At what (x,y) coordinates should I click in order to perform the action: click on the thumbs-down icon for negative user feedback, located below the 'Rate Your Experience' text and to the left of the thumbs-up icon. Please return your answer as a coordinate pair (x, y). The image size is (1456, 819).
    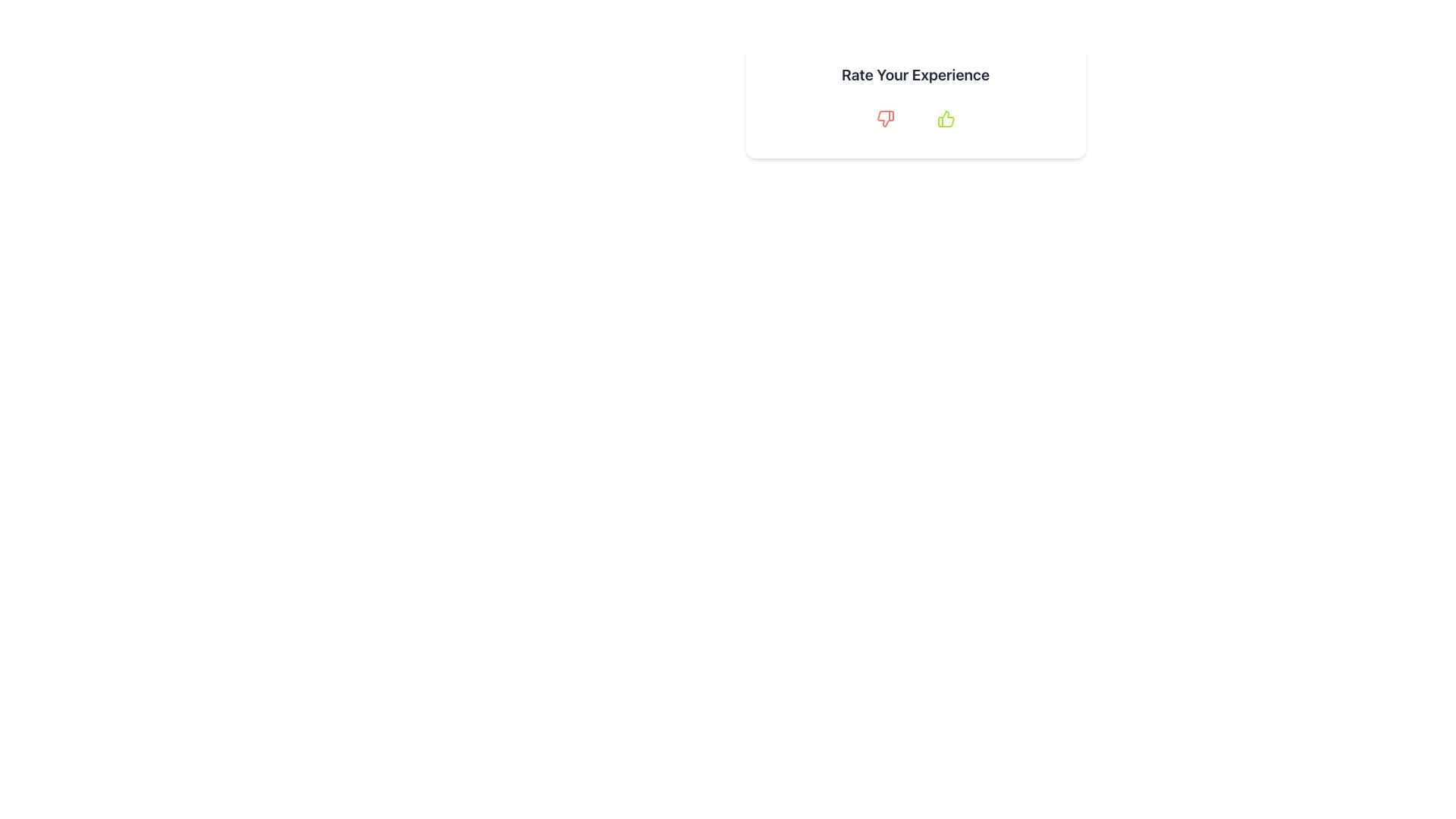
    Looking at the image, I should click on (885, 118).